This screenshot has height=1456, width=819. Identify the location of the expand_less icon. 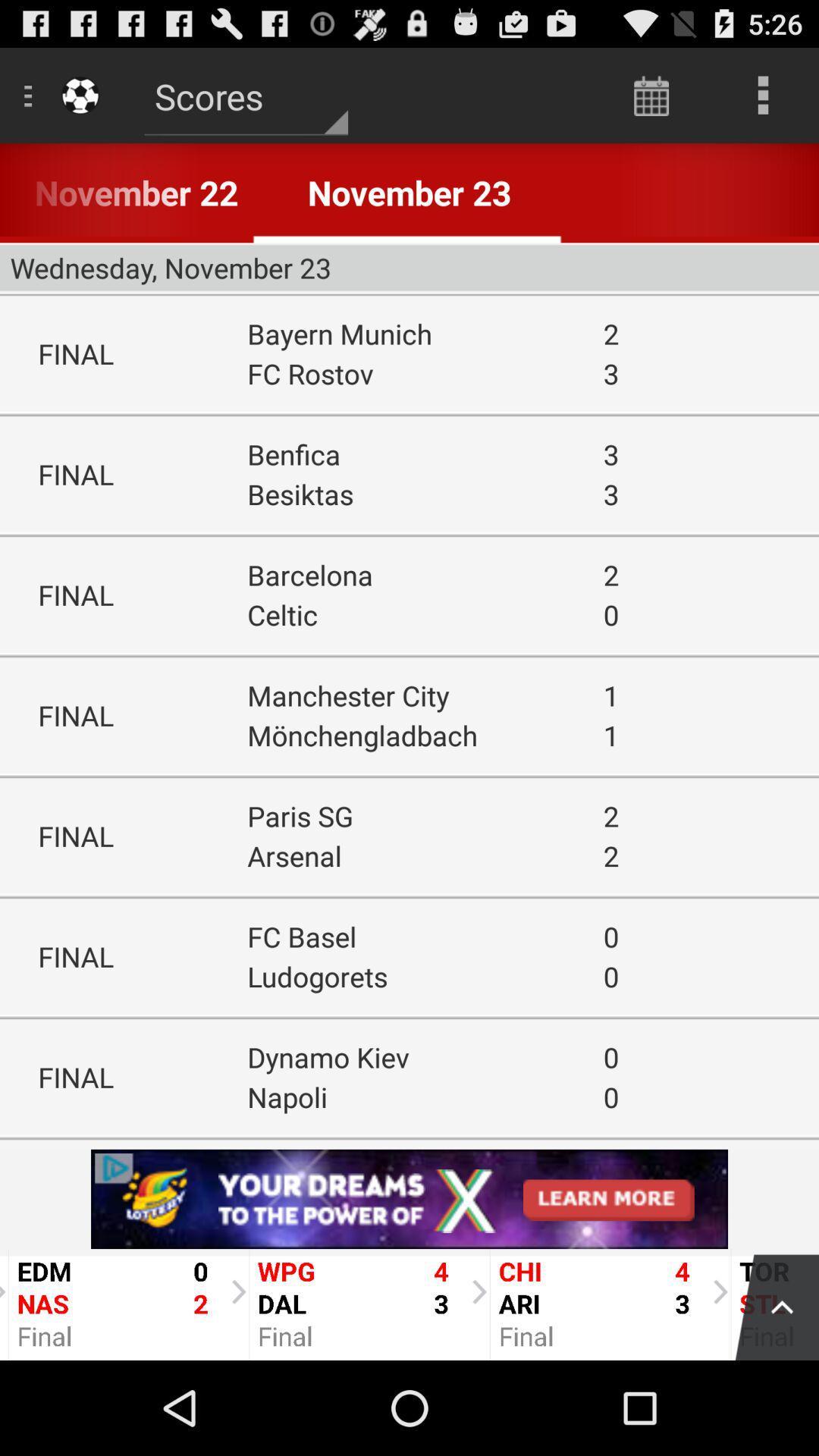
(769, 1395).